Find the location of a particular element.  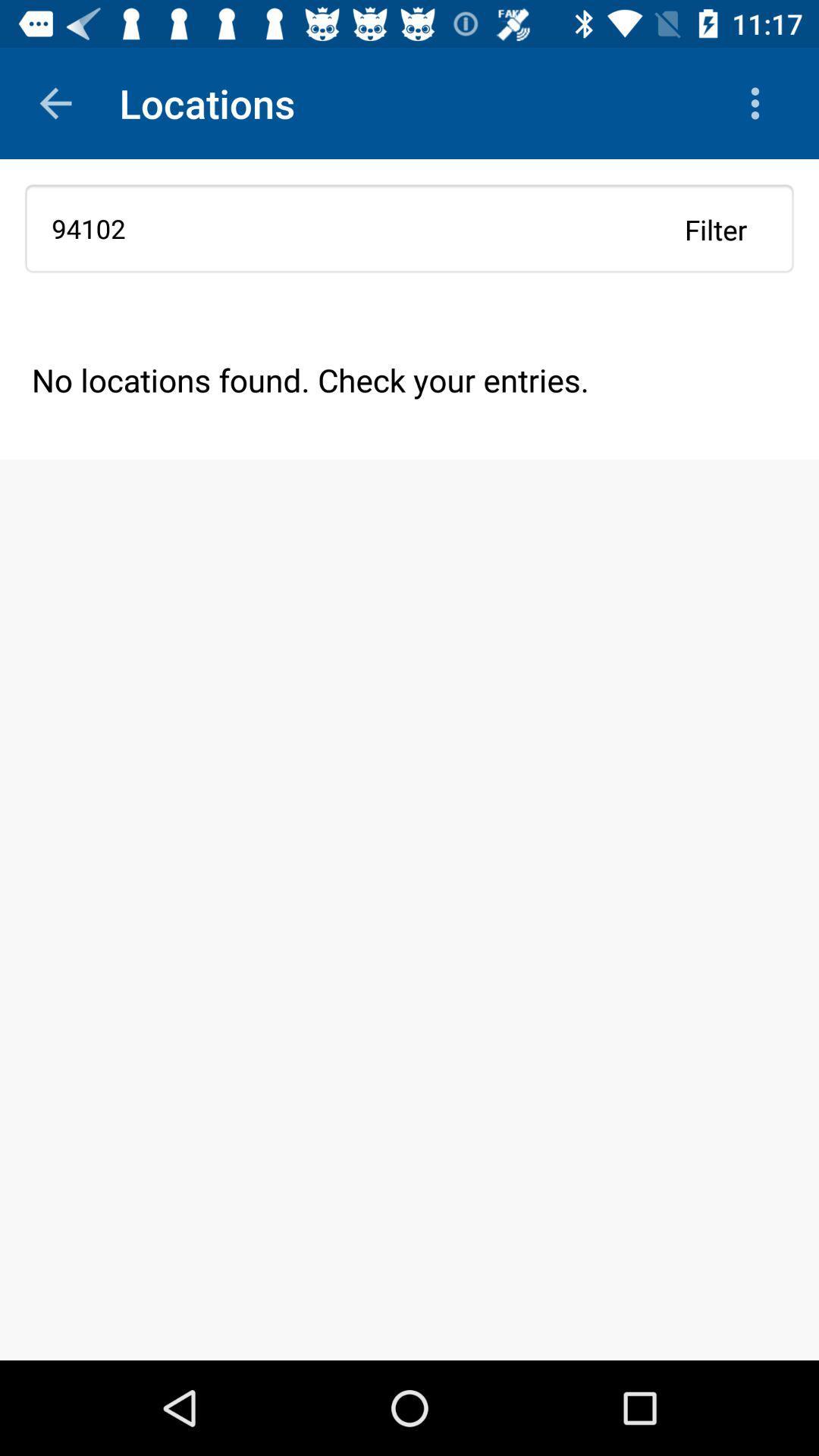

app above no locations found app is located at coordinates (716, 228).